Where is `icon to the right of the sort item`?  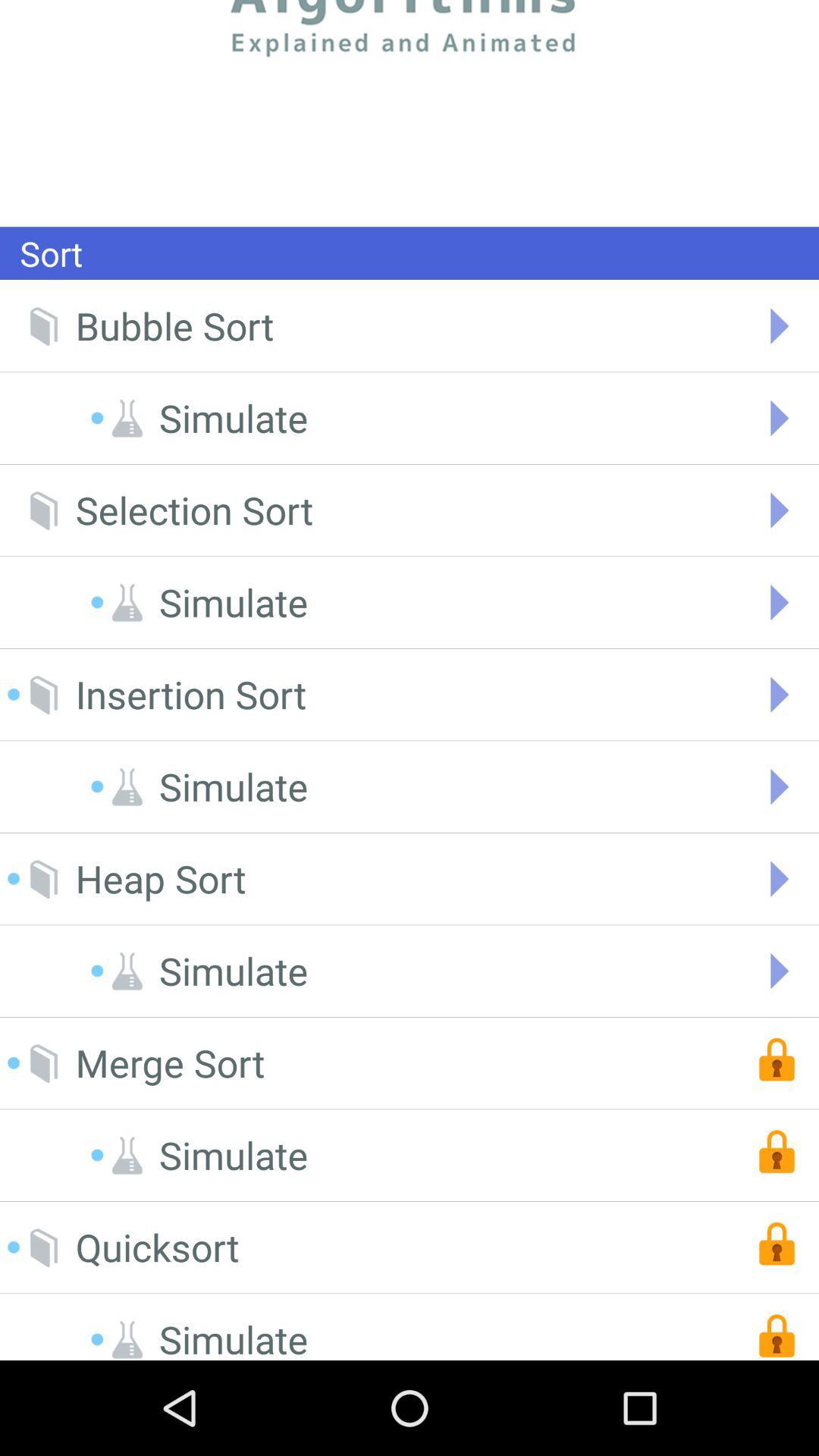 icon to the right of the sort item is located at coordinates (409, 112).